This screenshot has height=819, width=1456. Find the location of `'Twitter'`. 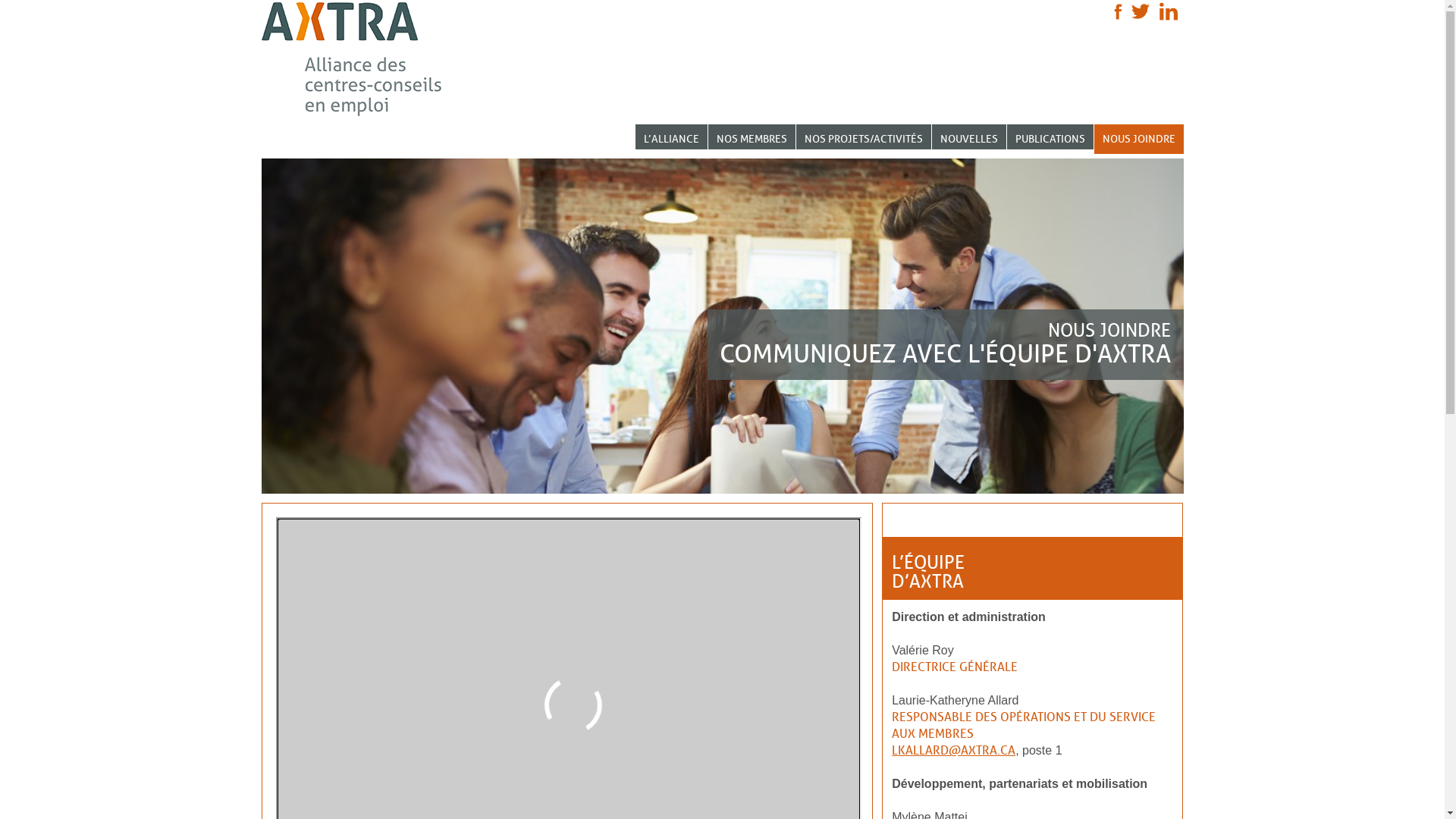

'Twitter' is located at coordinates (1131, 11).